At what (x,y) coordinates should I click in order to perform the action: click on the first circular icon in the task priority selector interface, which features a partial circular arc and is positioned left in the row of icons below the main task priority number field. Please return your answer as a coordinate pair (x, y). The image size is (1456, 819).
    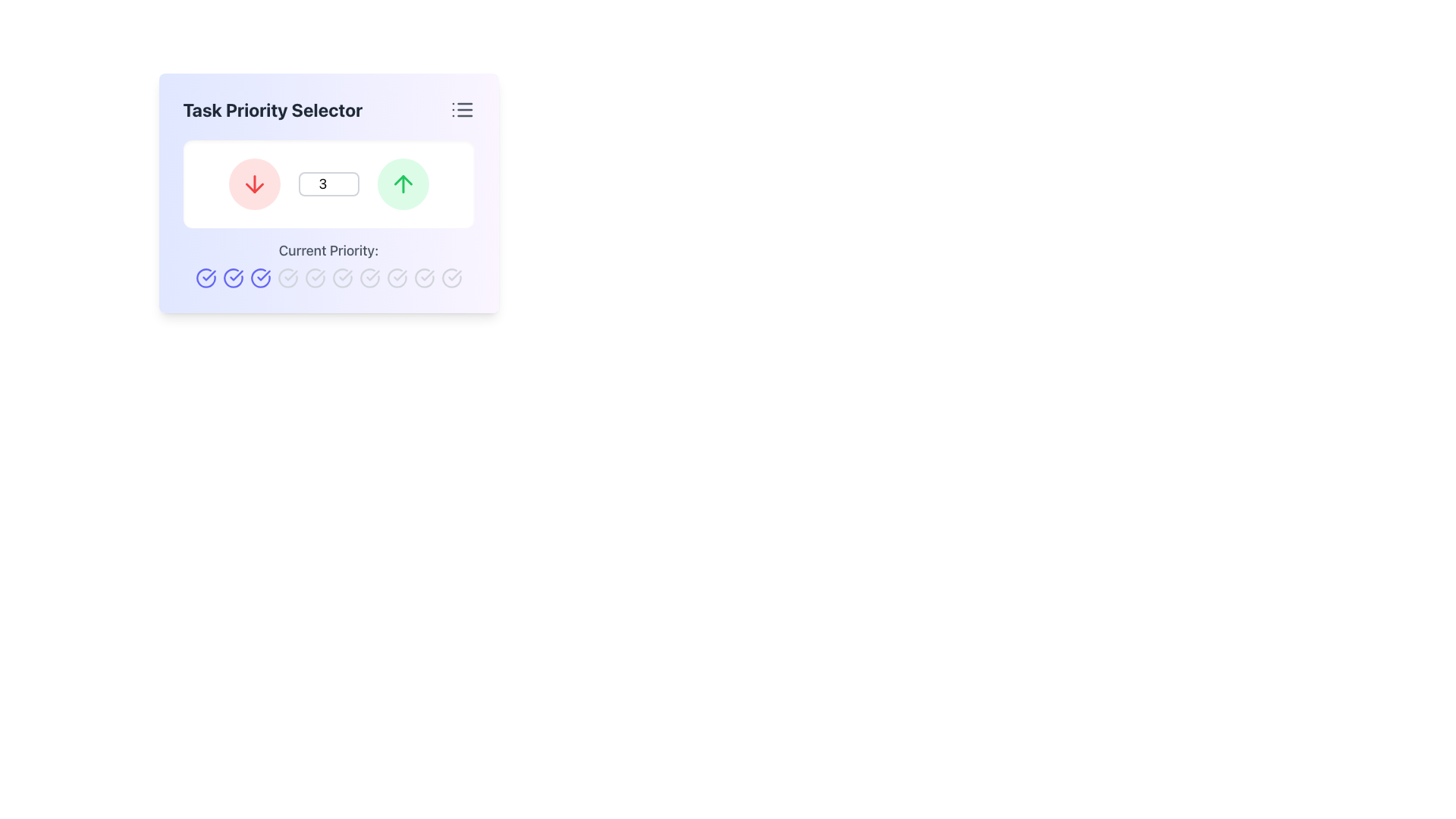
    Looking at the image, I should click on (205, 278).